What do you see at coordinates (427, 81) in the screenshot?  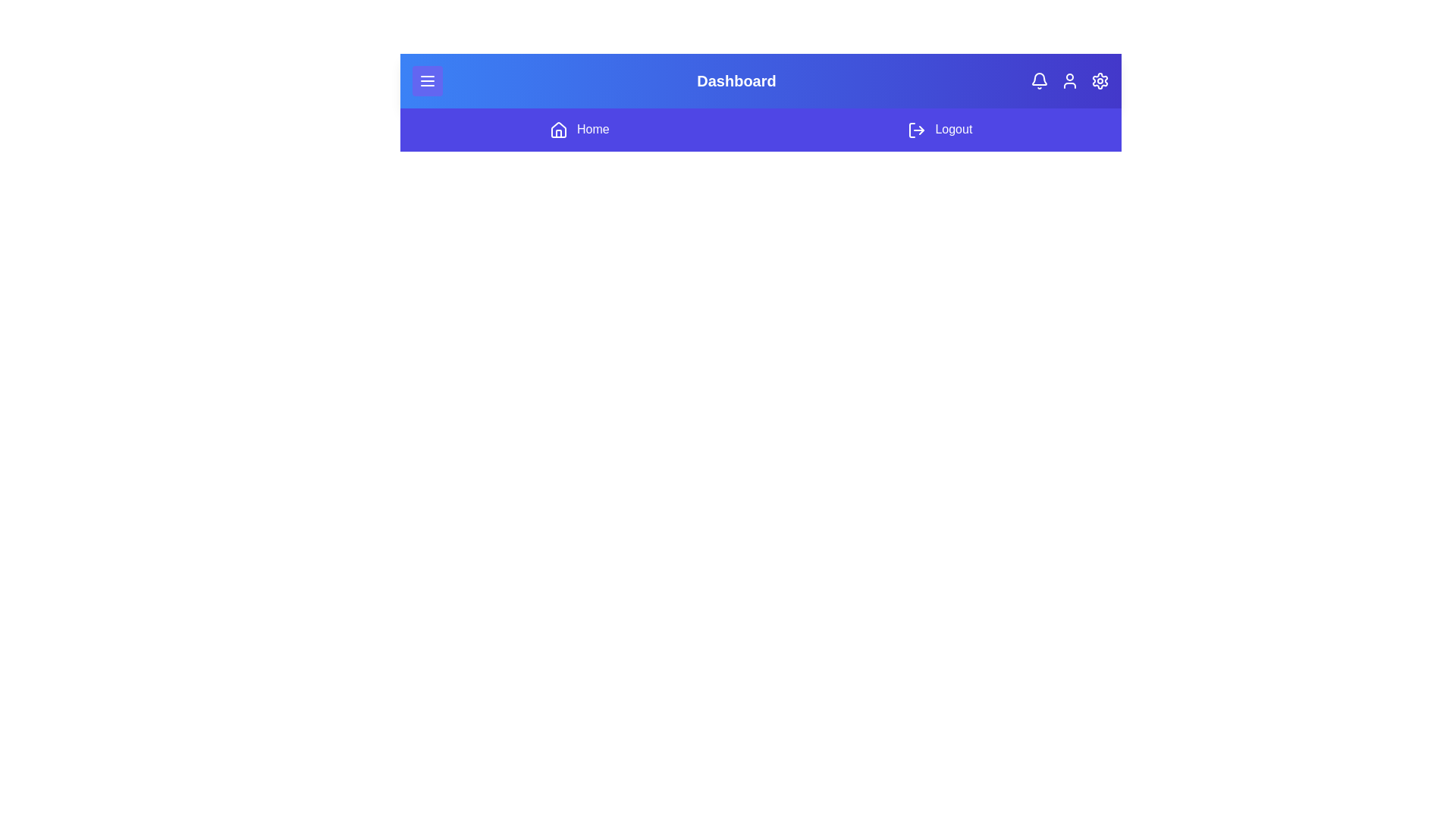 I see `the menu button to toggle the menu open/close state` at bounding box center [427, 81].